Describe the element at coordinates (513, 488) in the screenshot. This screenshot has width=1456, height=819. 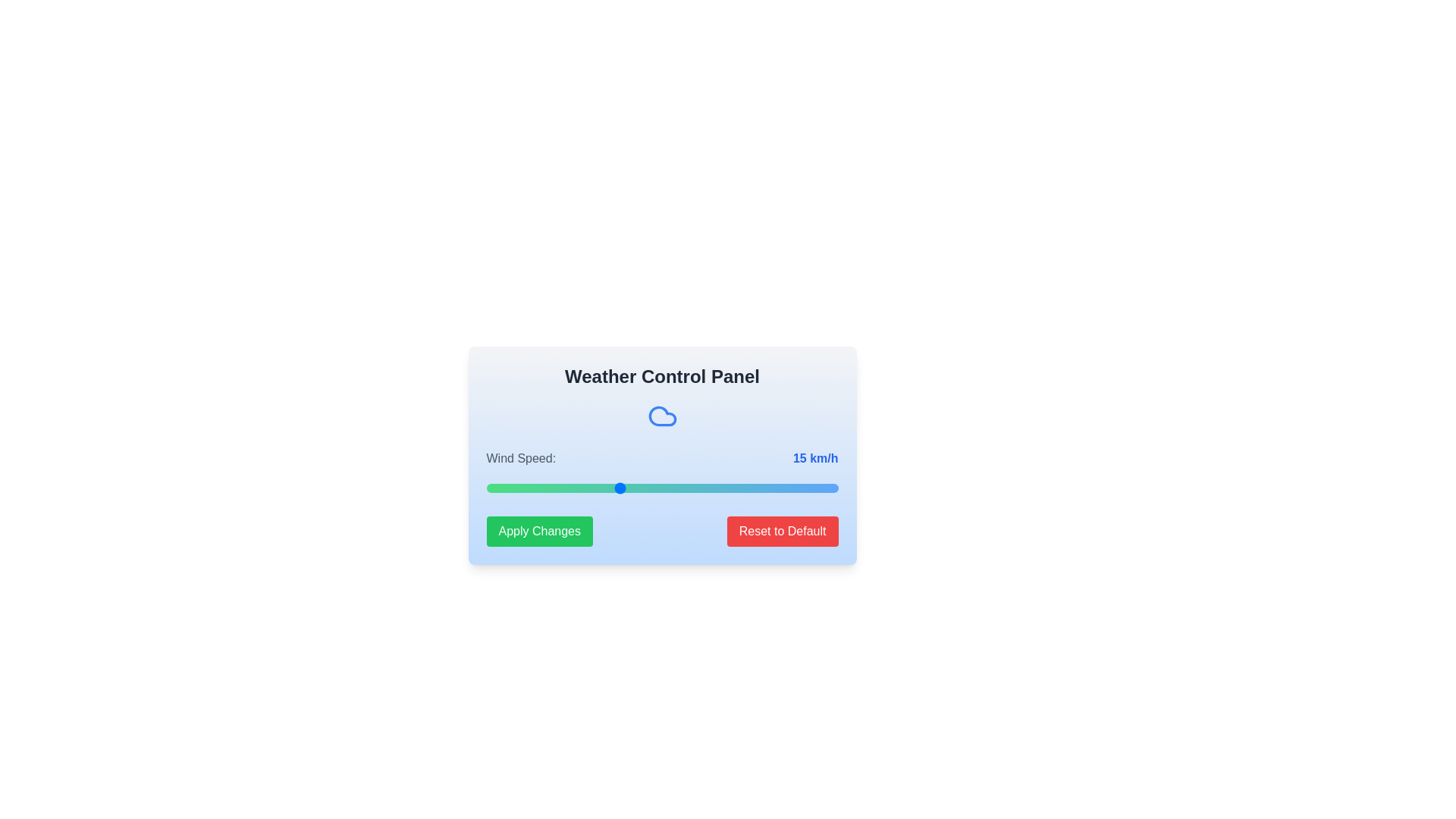
I see `the wind speed slider to set the wind speed to 3 km/h` at that location.